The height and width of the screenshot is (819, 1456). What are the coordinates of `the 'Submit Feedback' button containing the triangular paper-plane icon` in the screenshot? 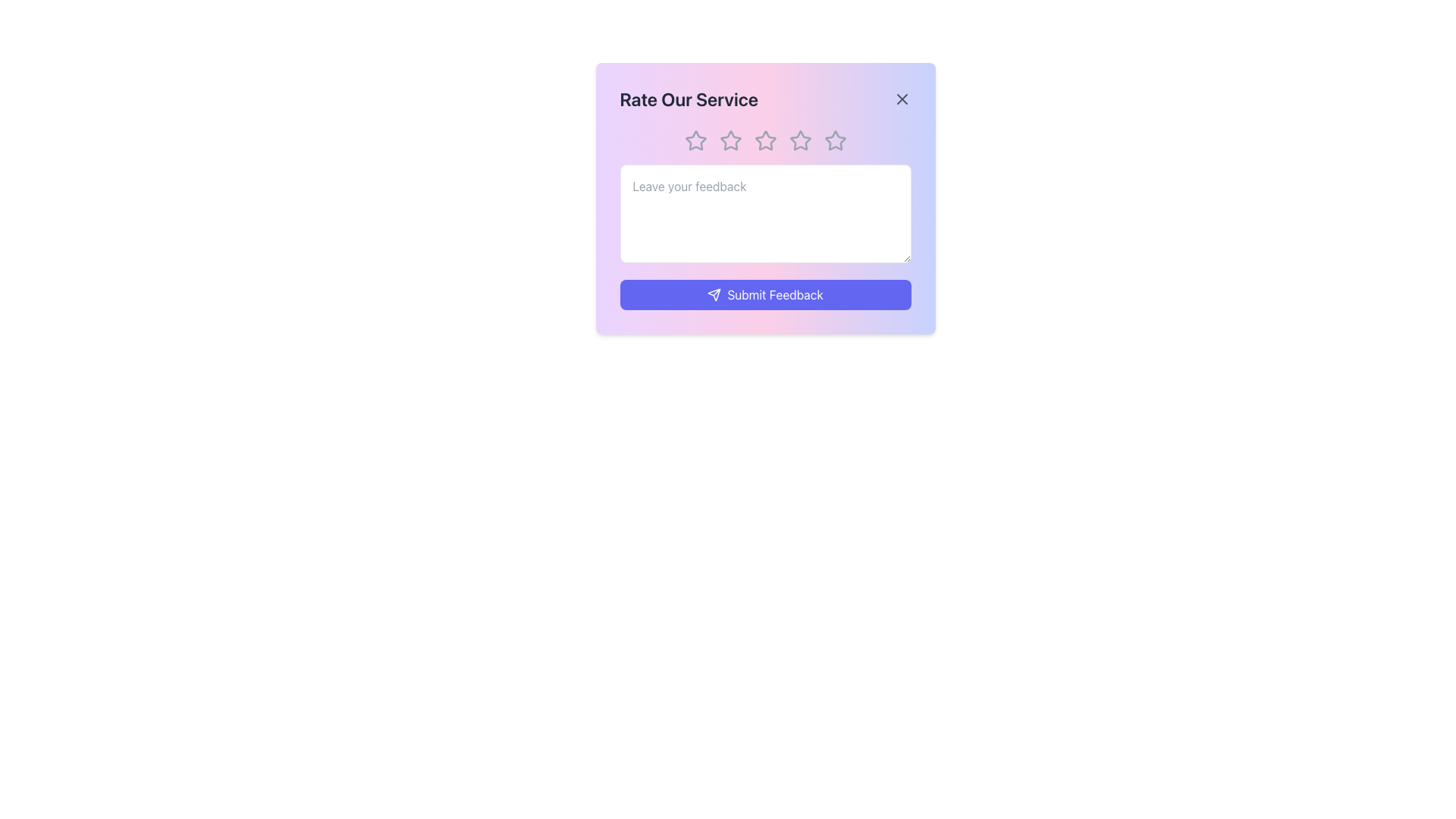 It's located at (713, 295).